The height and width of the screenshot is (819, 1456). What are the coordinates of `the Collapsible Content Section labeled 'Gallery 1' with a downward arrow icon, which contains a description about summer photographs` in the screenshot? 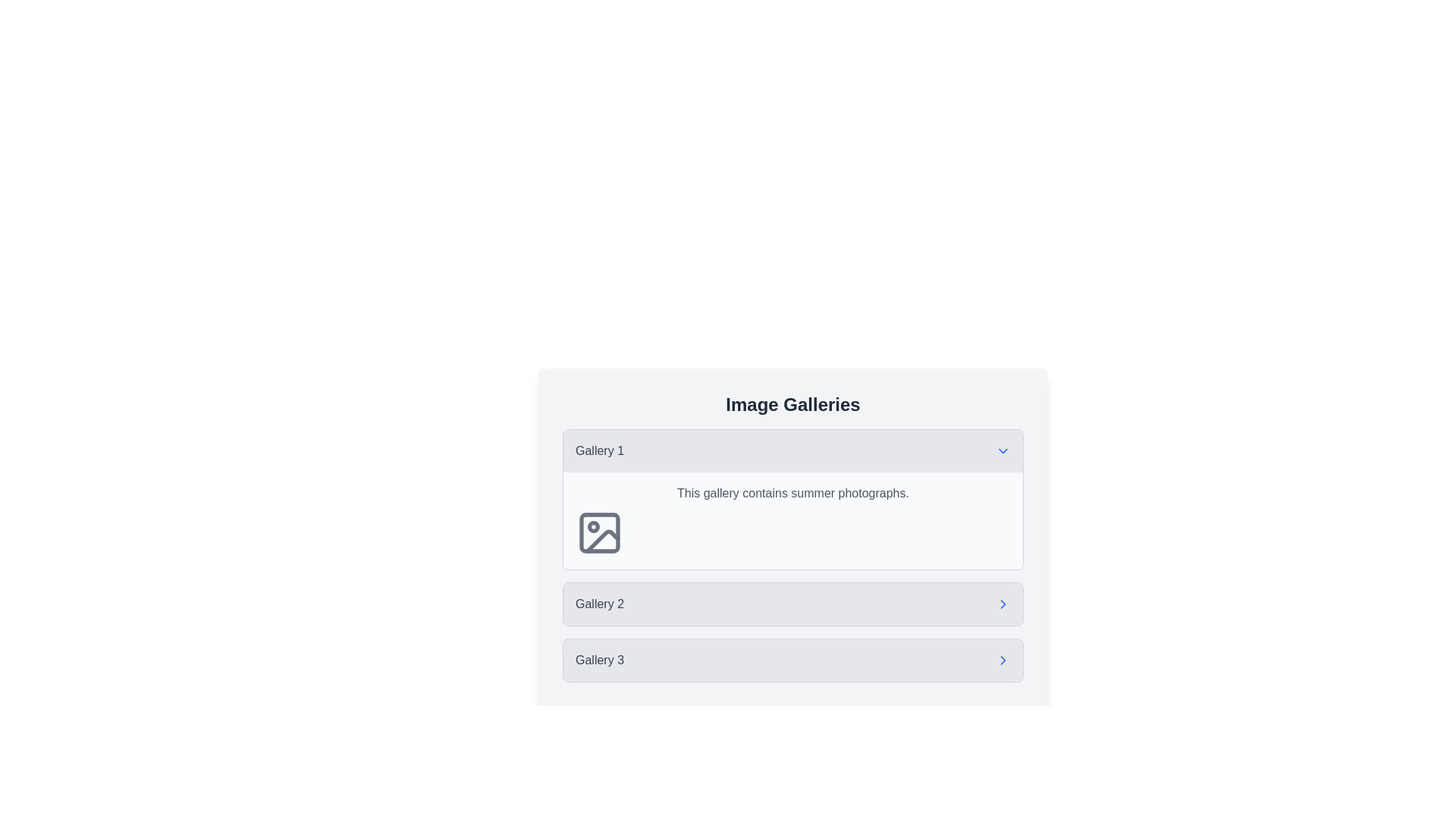 It's located at (792, 500).